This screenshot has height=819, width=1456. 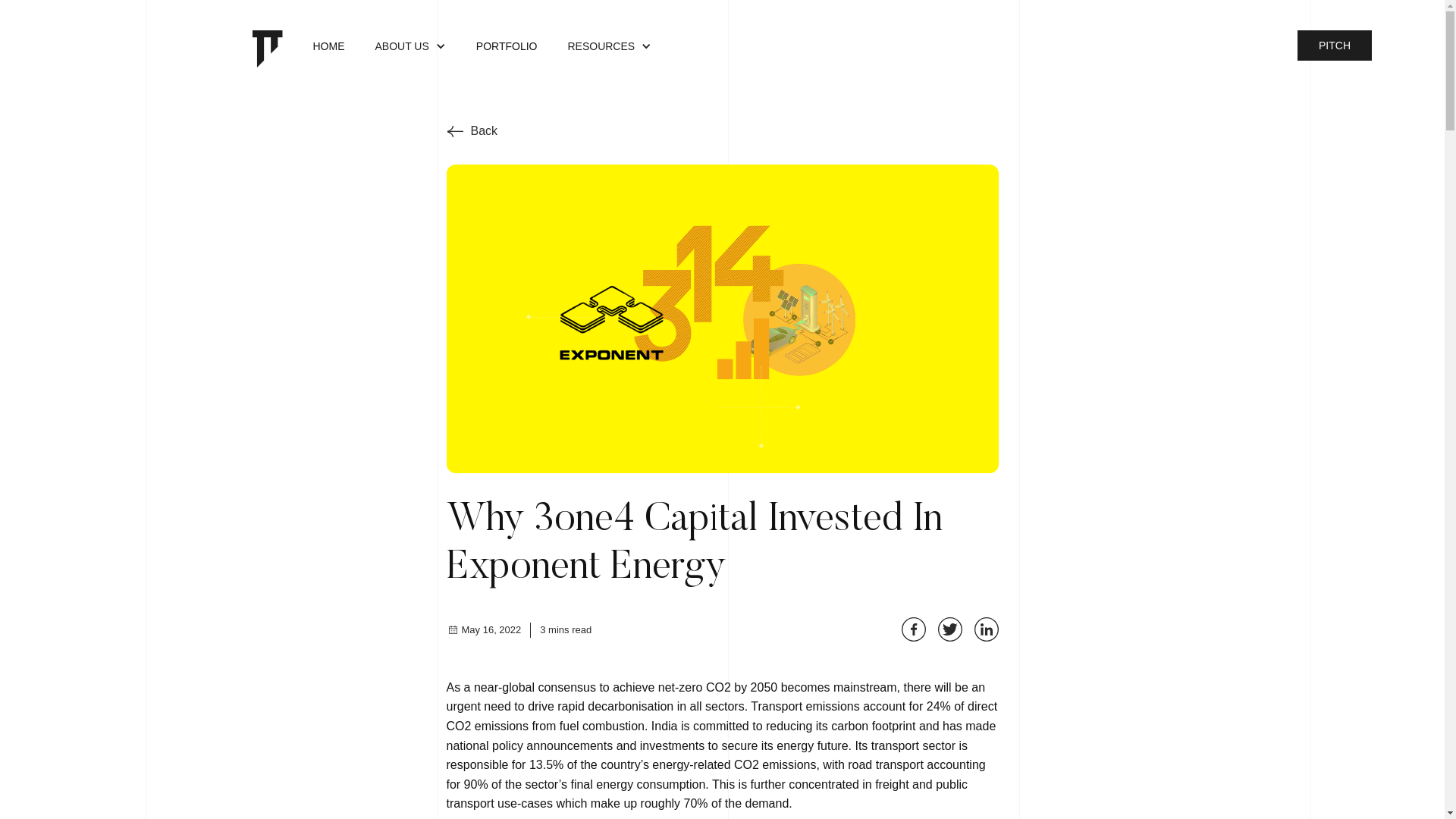 I want to click on 'Back', so click(x=471, y=130).